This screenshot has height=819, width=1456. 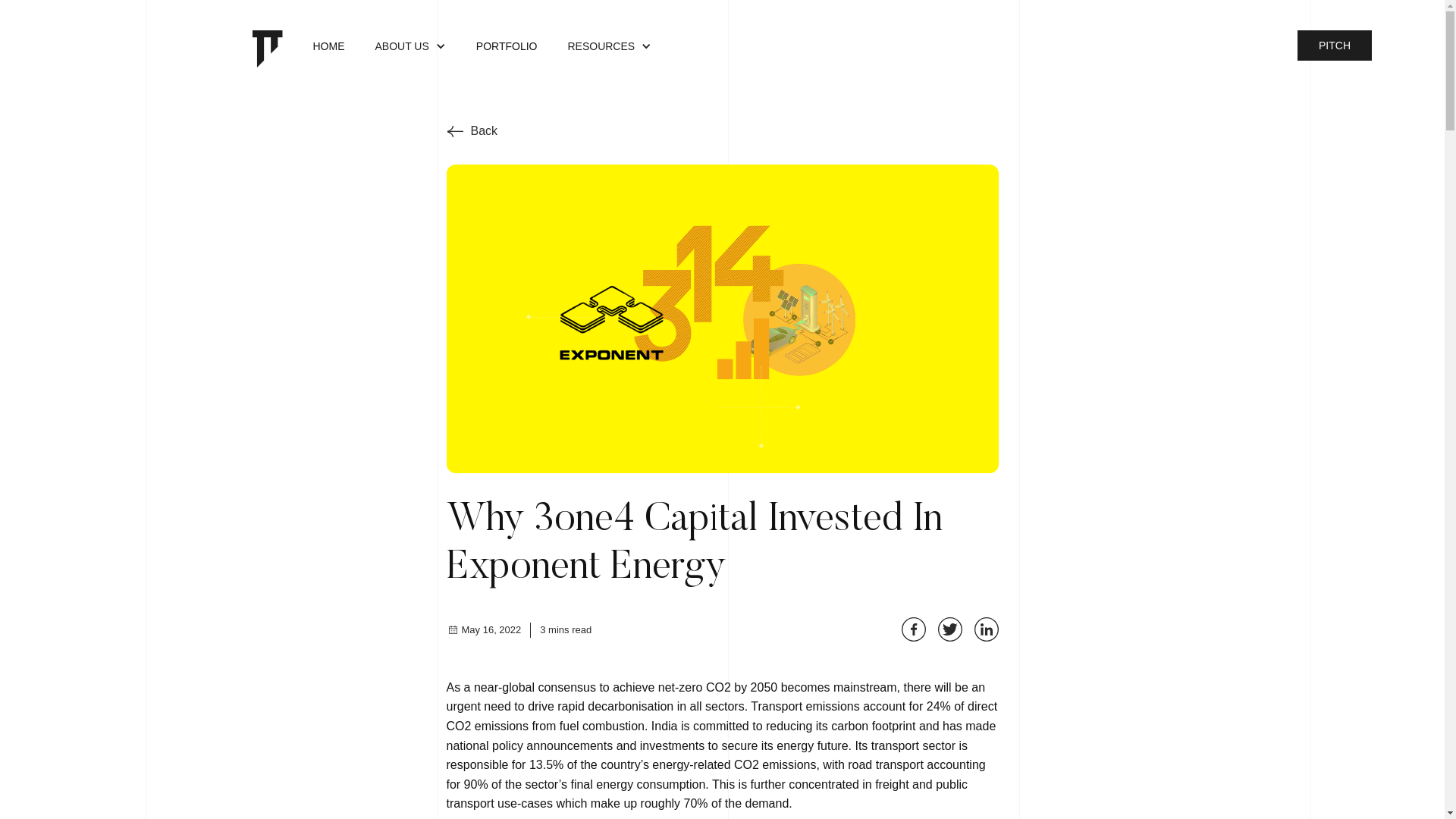 I want to click on 'Back', so click(x=471, y=130).